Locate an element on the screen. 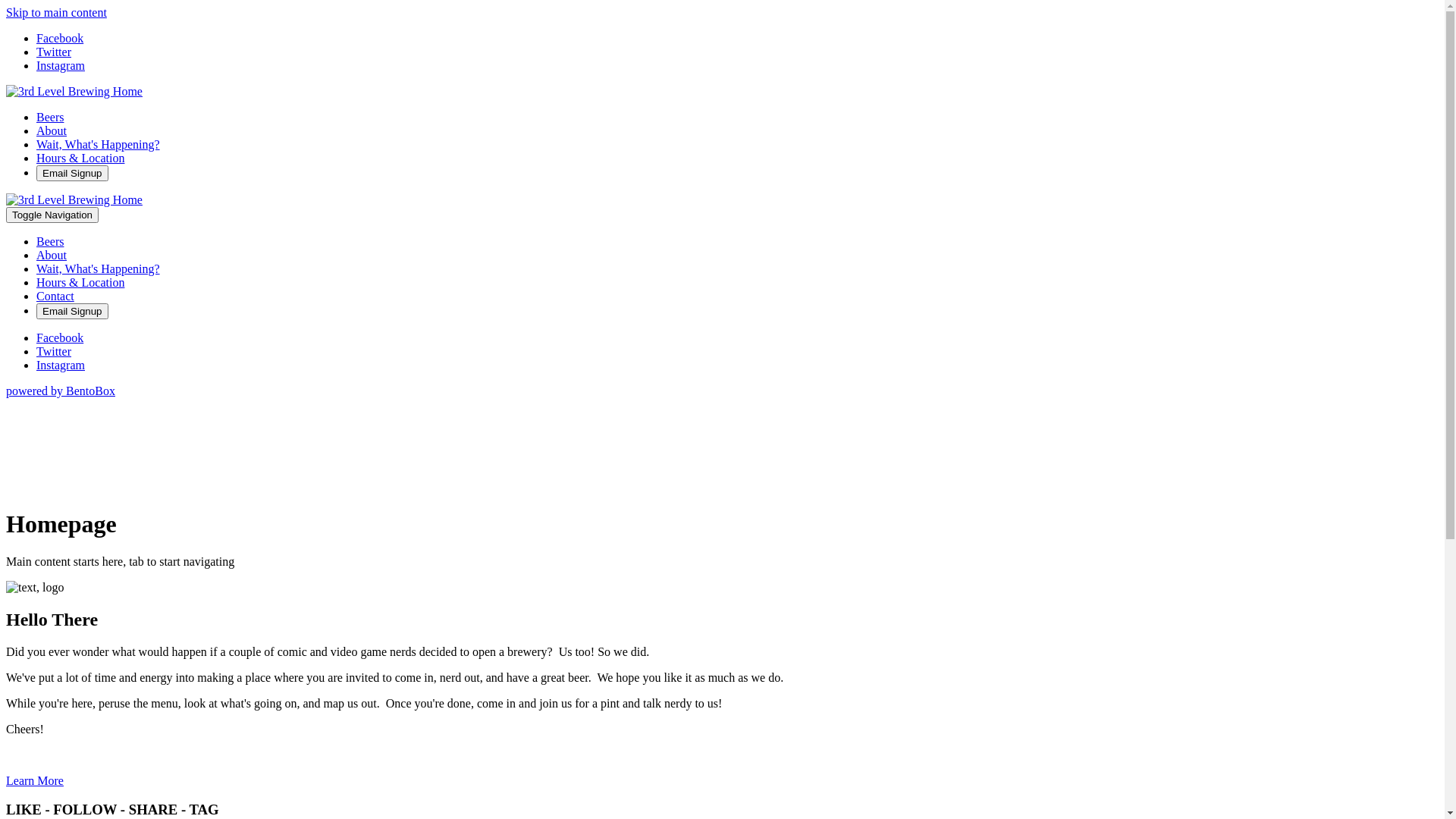  'About' is located at coordinates (51, 130).